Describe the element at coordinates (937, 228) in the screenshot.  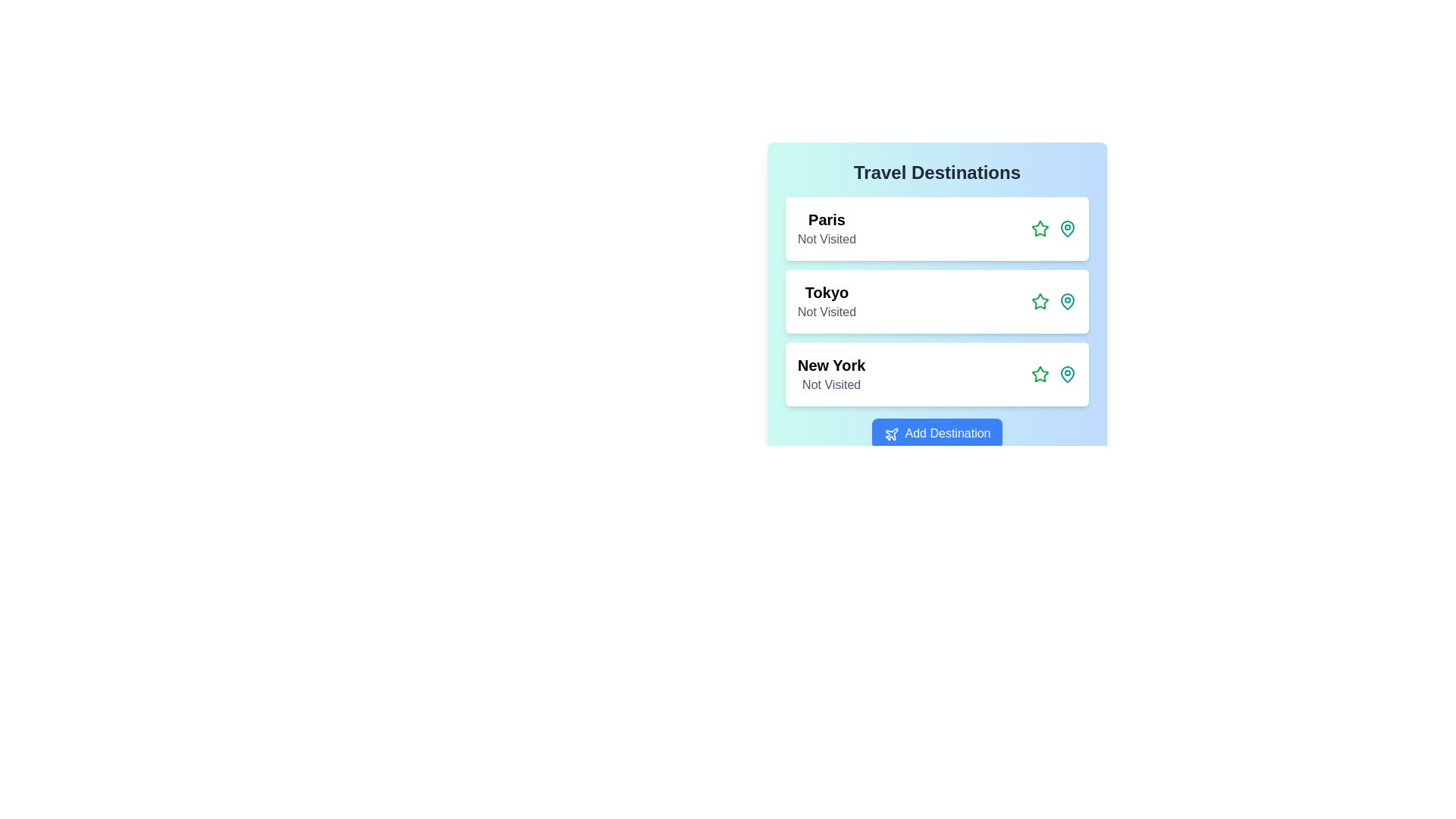
I see `the destination item Paris to observe its hover effect` at that location.